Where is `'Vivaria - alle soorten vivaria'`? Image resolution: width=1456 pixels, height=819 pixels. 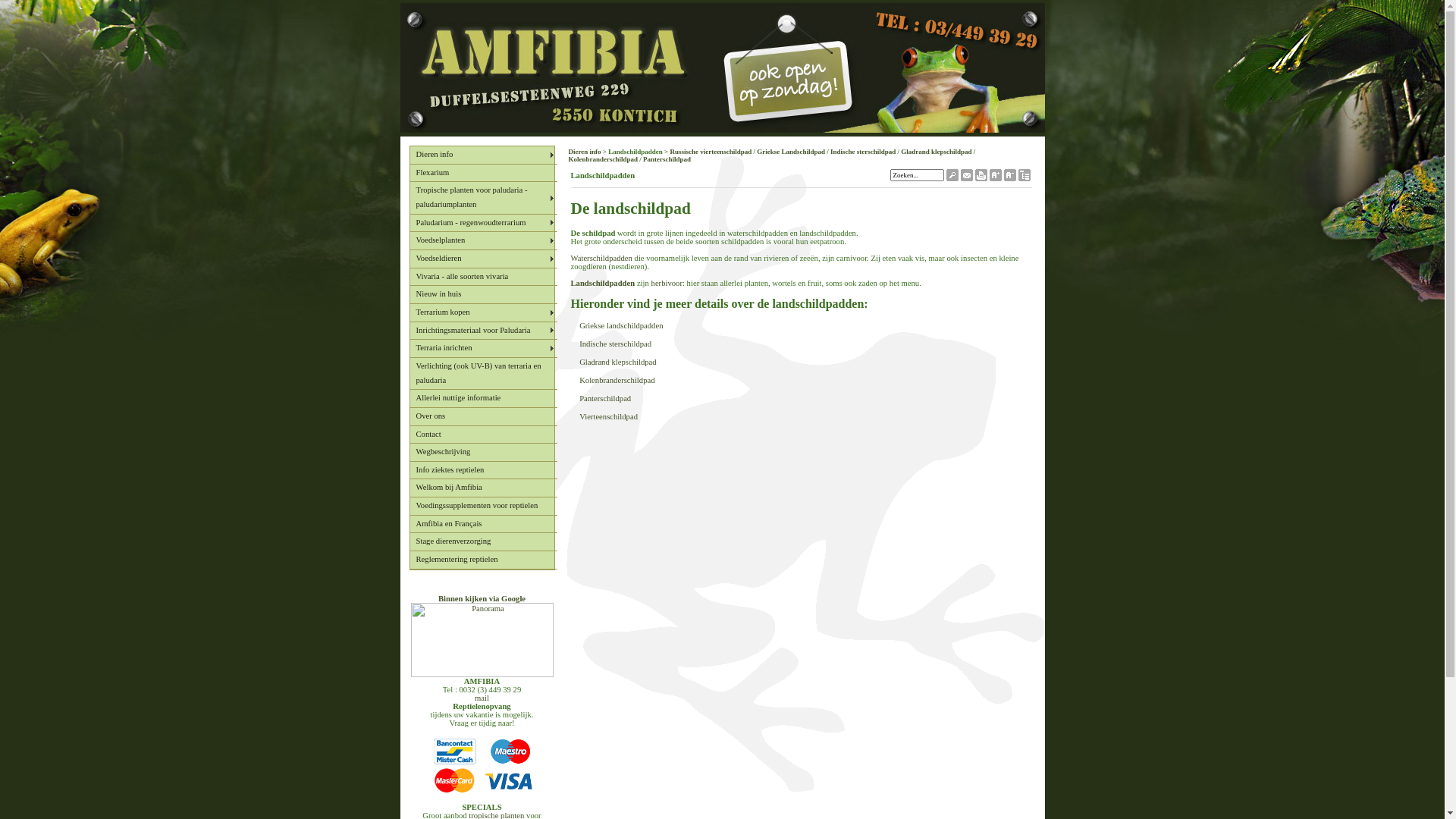 'Vivaria - alle soorten vivaria' is located at coordinates (482, 278).